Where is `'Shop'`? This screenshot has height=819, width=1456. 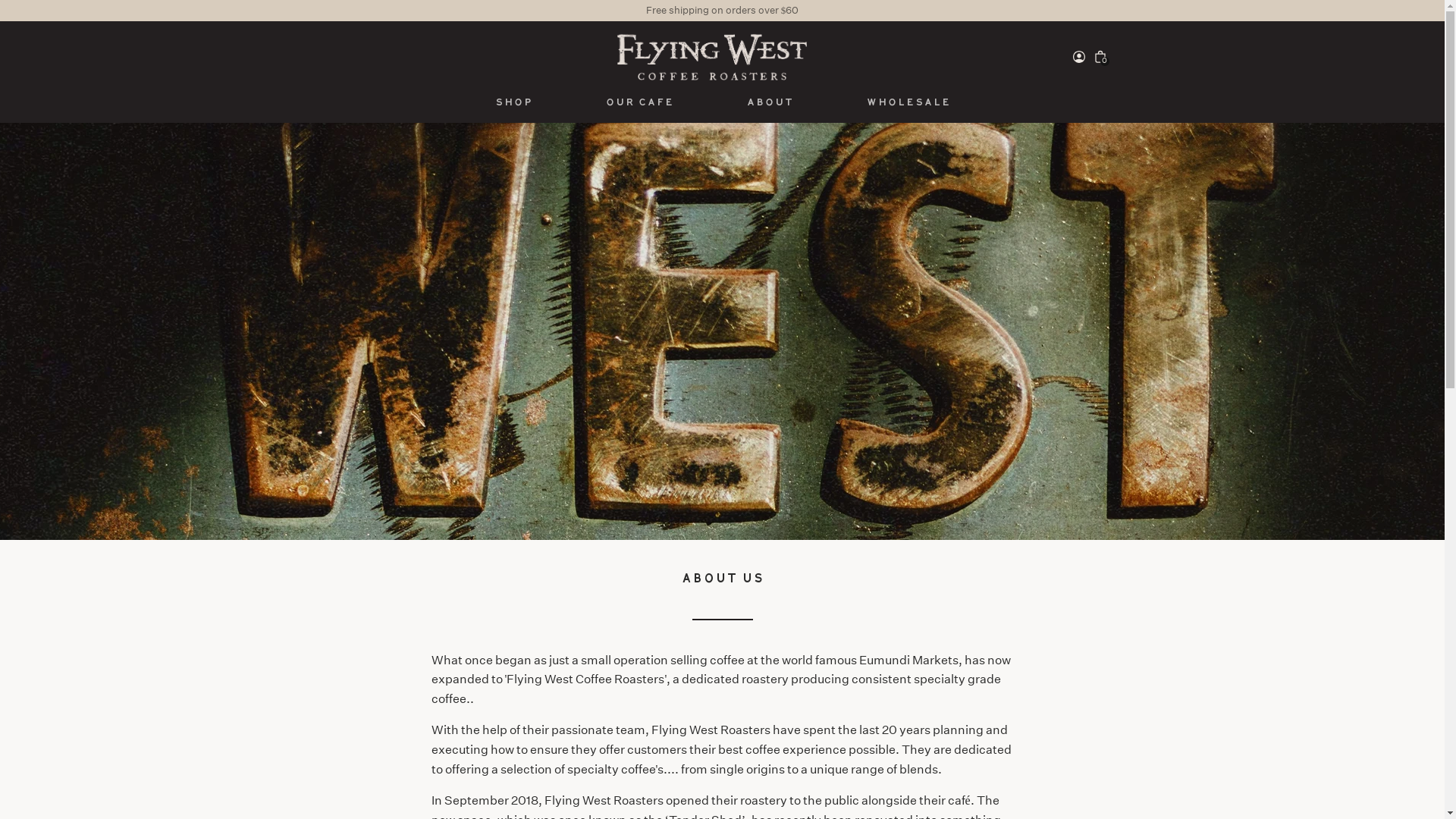
'Shop' is located at coordinates (494, 102).